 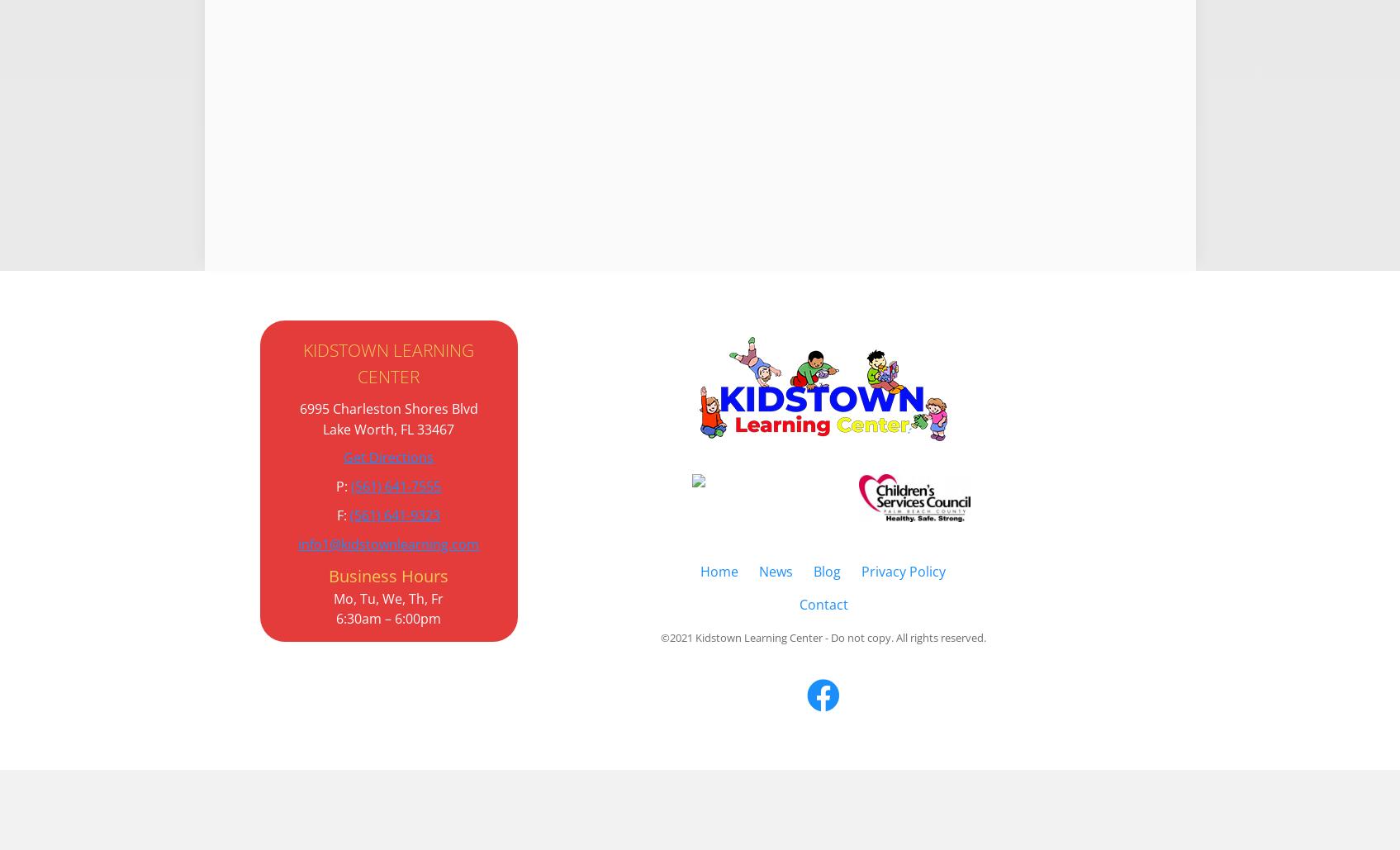 What do you see at coordinates (759, 571) in the screenshot?
I see `'News'` at bounding box center [759, 571].